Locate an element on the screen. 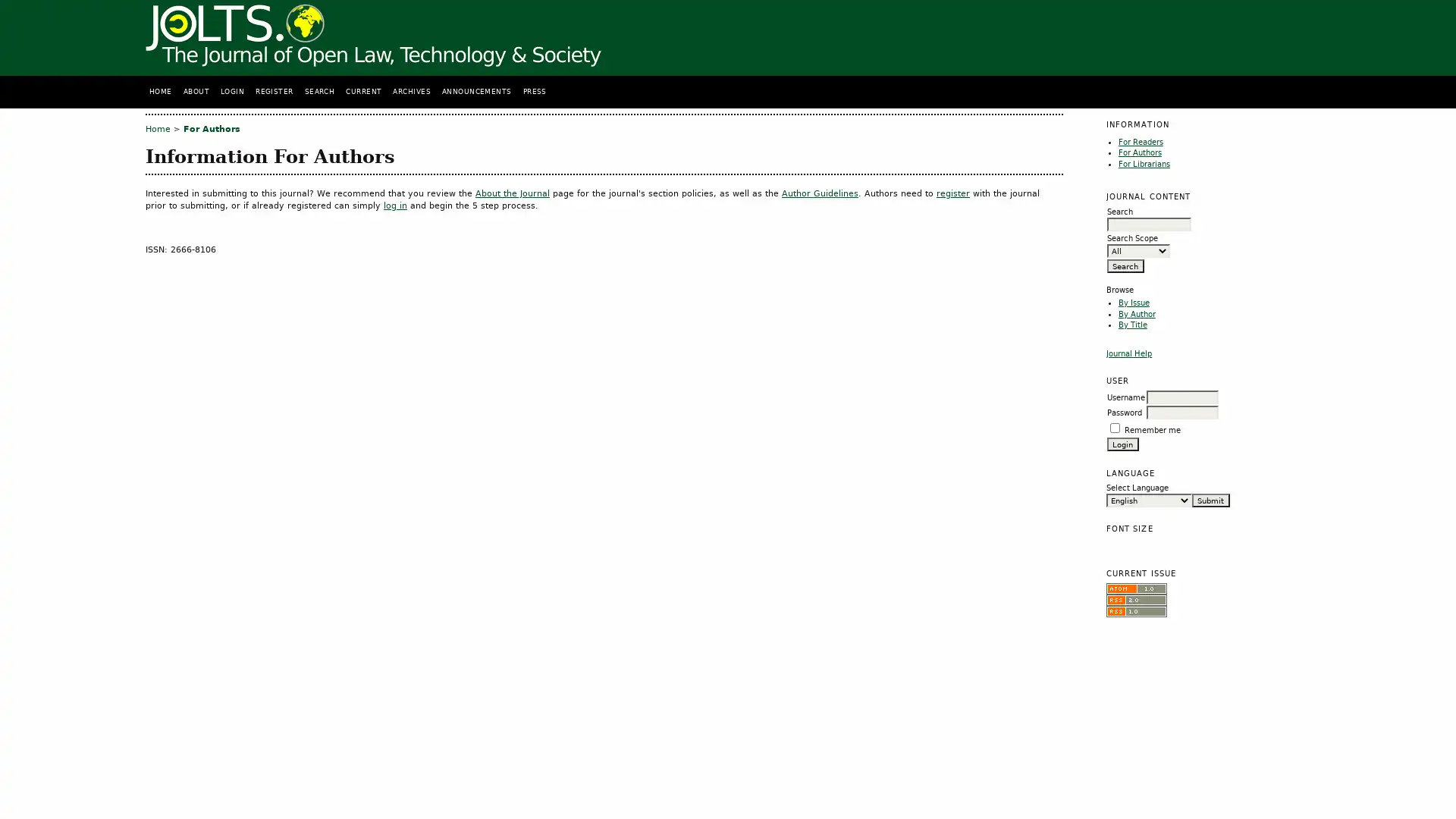 The height and width of the screenshot is (819, 1456). Search is located at coordinates (1125, 265).